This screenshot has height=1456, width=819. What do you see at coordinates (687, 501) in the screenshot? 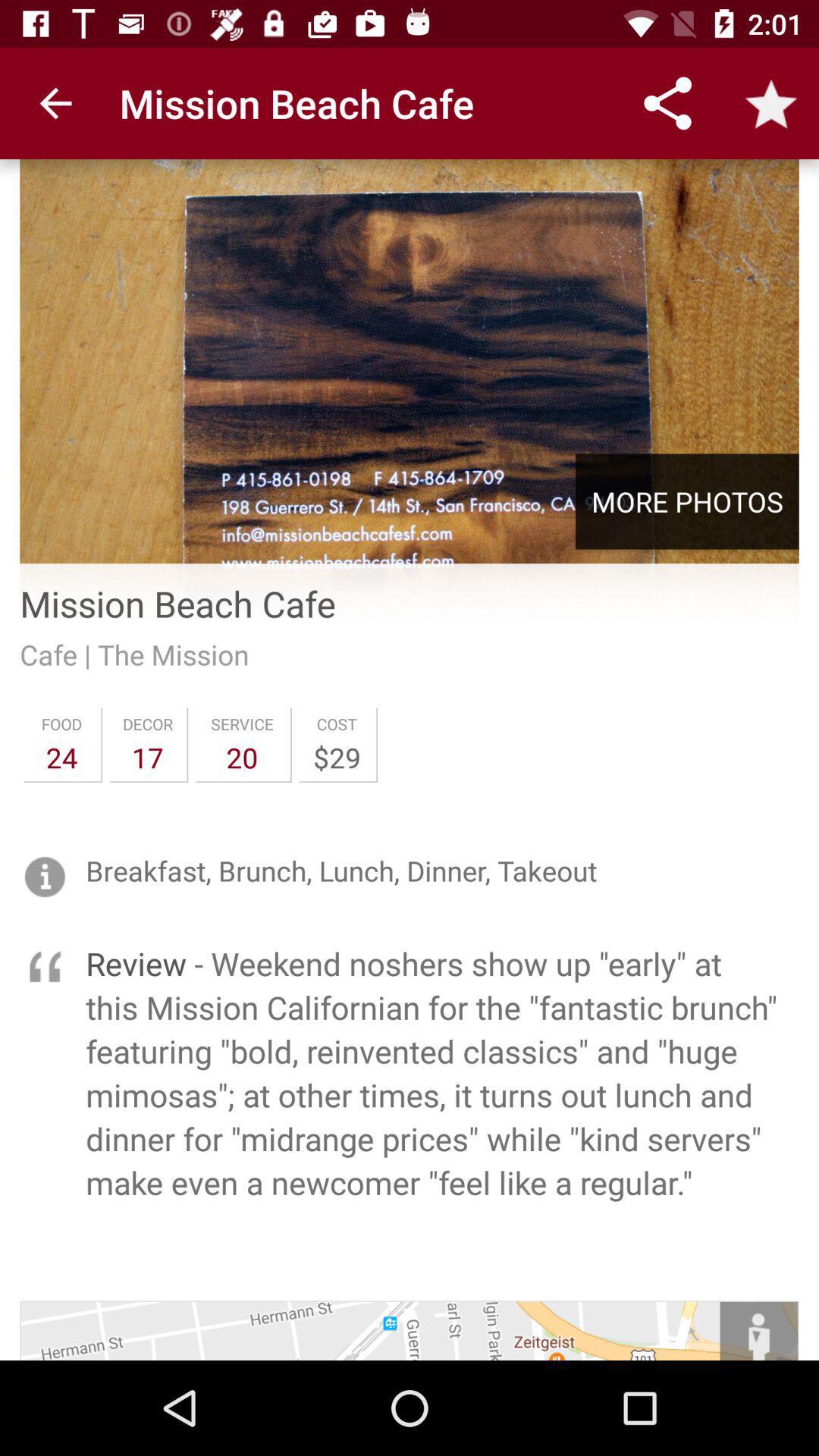
I see `item above the mission beach cafe` at bounding box center [687, 501].